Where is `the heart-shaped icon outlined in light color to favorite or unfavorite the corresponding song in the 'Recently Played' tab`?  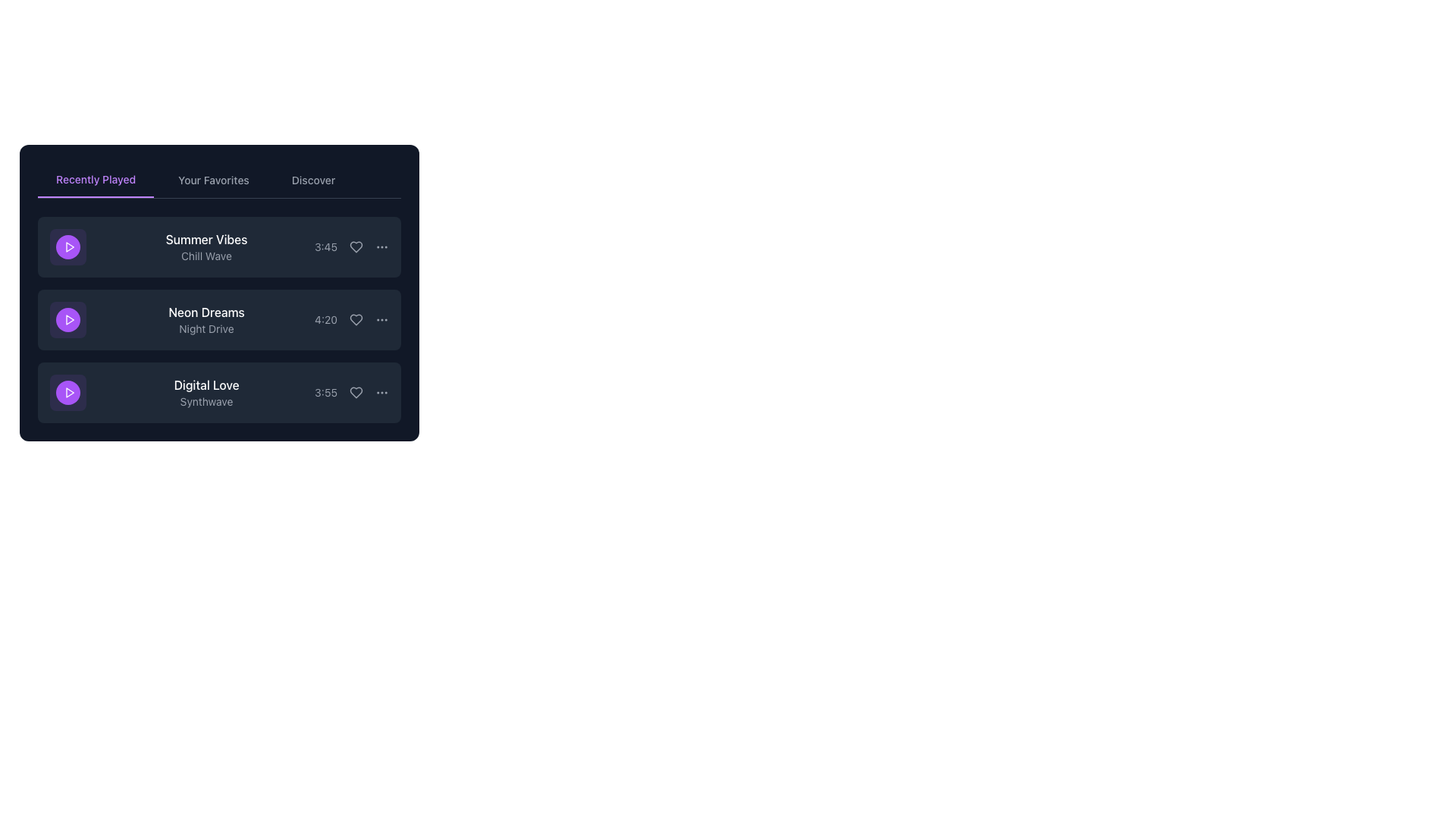 the heart-shaped icon outlined in light color to favorite or unfavorite the corresponding song in the 'Recently Played' tab is located at coordinates (356, 391).